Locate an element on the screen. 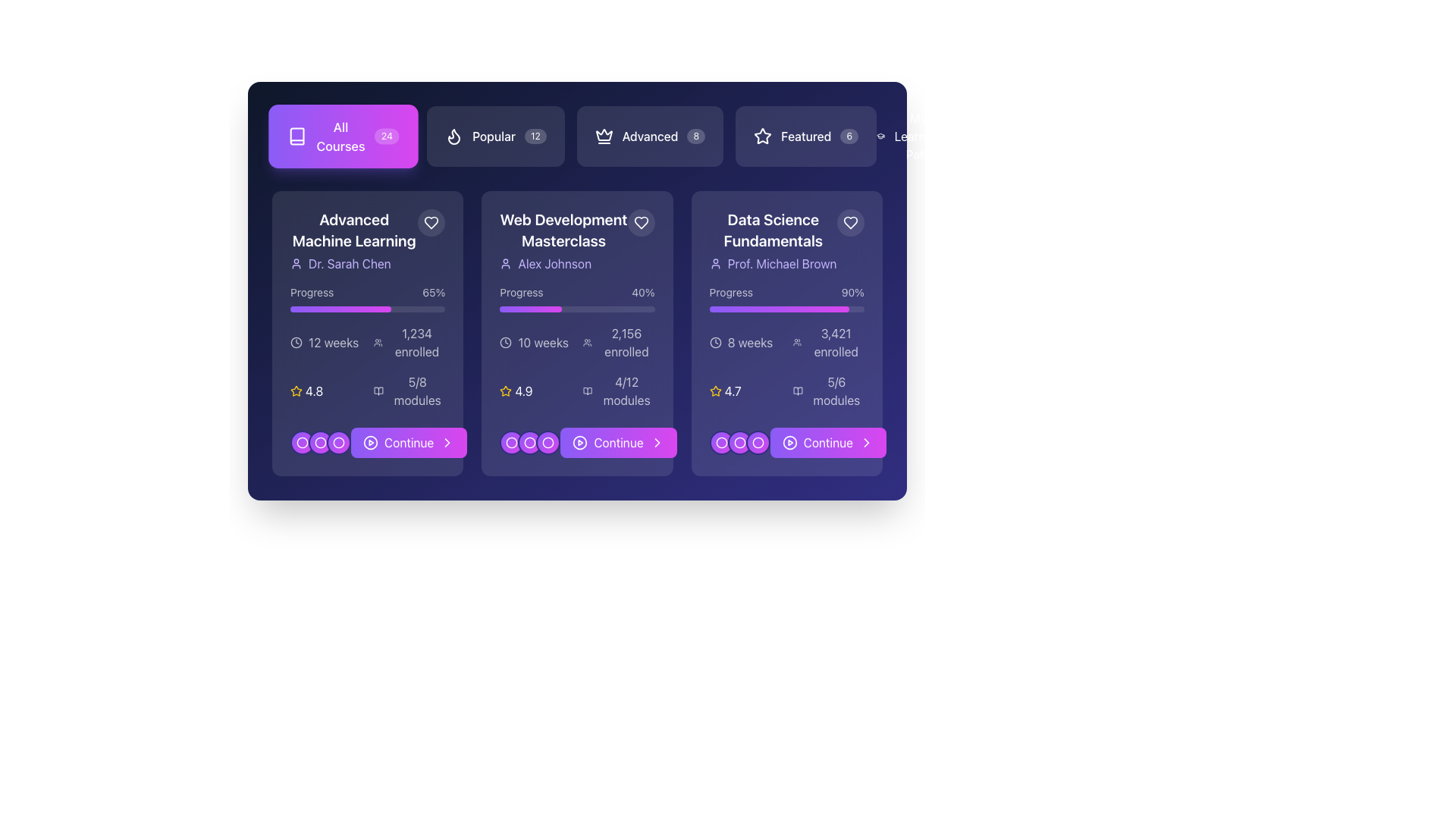 The width and height of the screenshot is (1456, 819). the second circular icon button within the gradient circle in the progress section of the 'Web Development Masterclass' card is located at coordinates (512, 442).